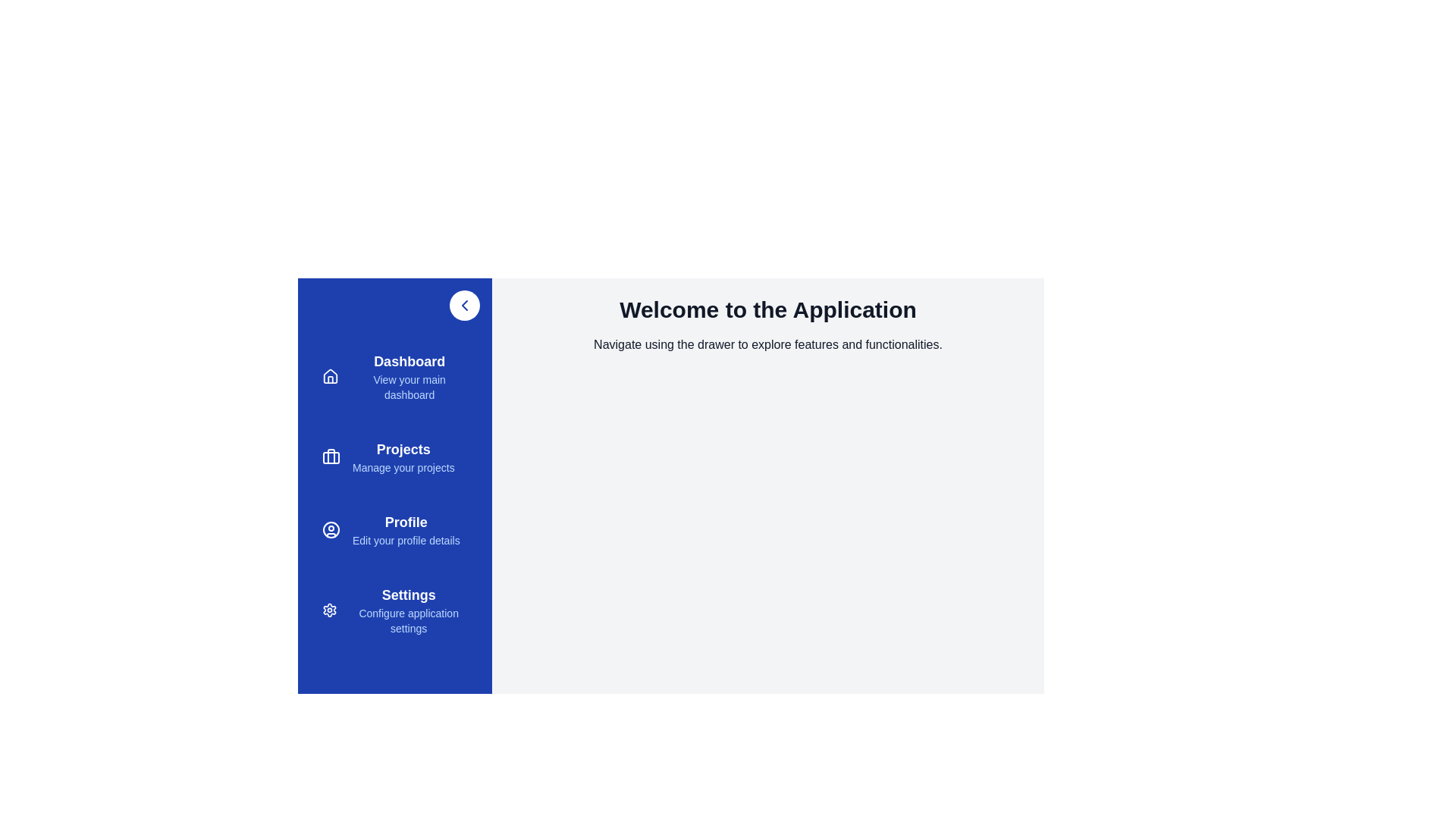  Describe the element at coordinates (395, 376) in the screenshot. I see `the menu item Dashboard to view its hover effect` at that location.